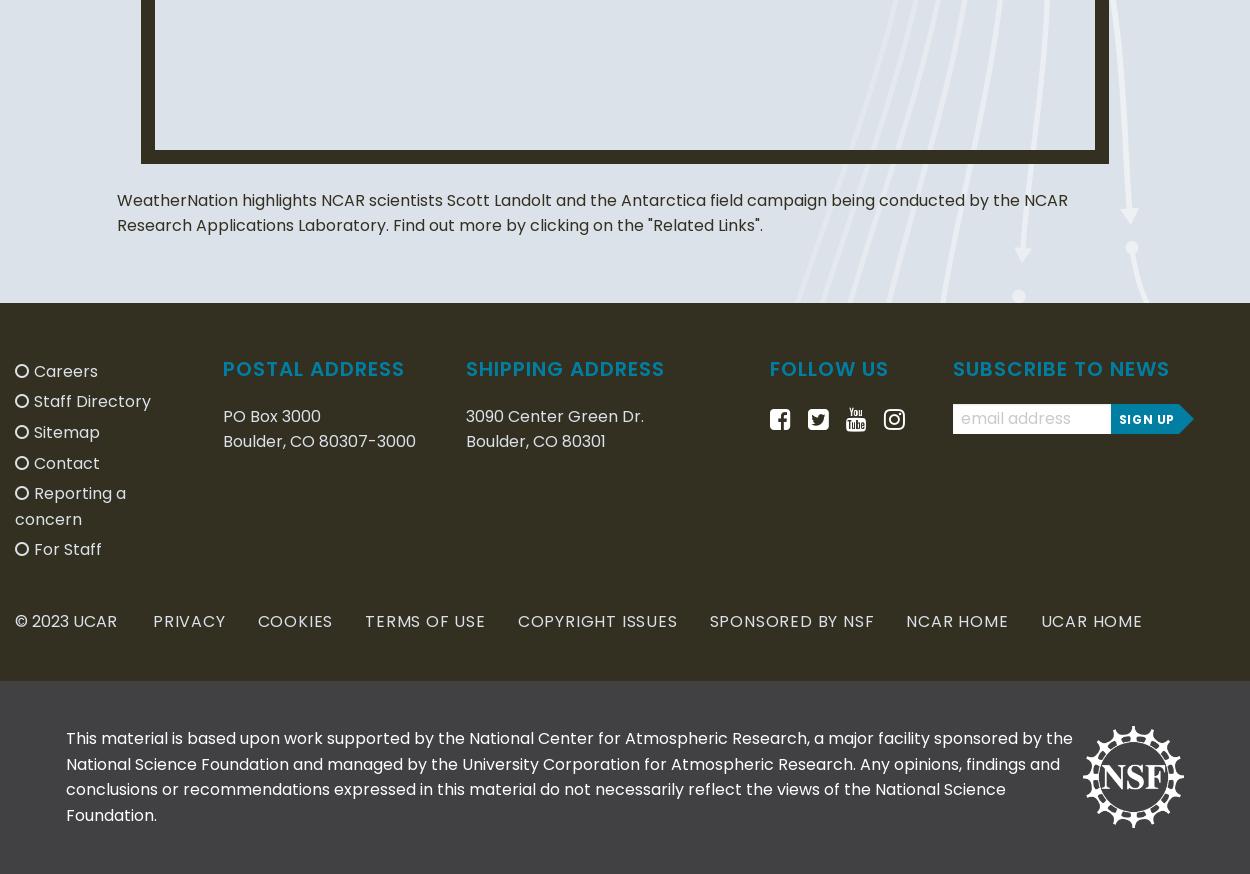 This screenshot has width=1250, height=874. What do you see at coordinates (91, 401) in the screenshot?
I see `'Staff Directory'` at bounding box center [91, 401].